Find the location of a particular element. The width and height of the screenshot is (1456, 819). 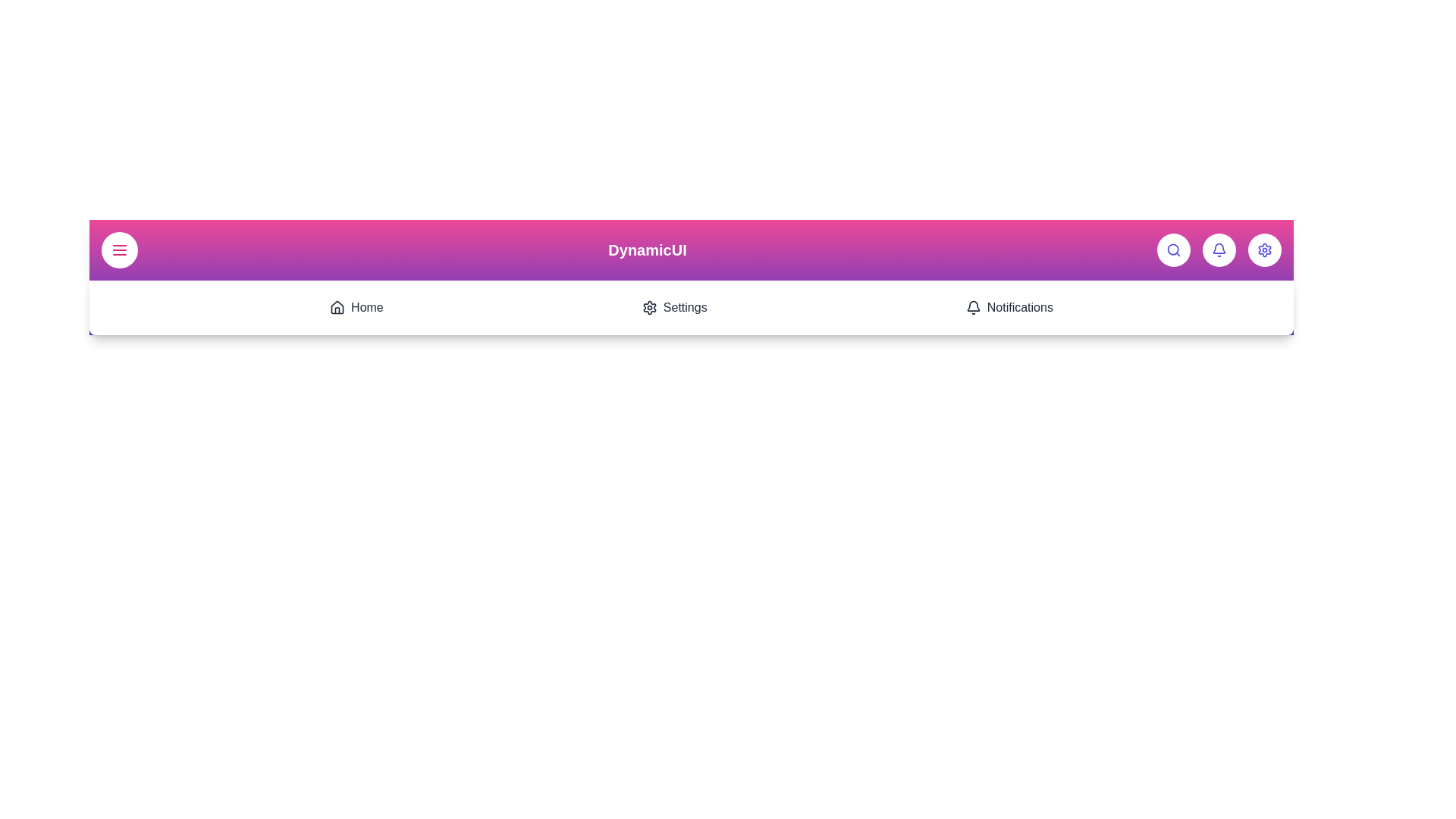

the 'Notifications' button is located at coordinates (1219, 249).